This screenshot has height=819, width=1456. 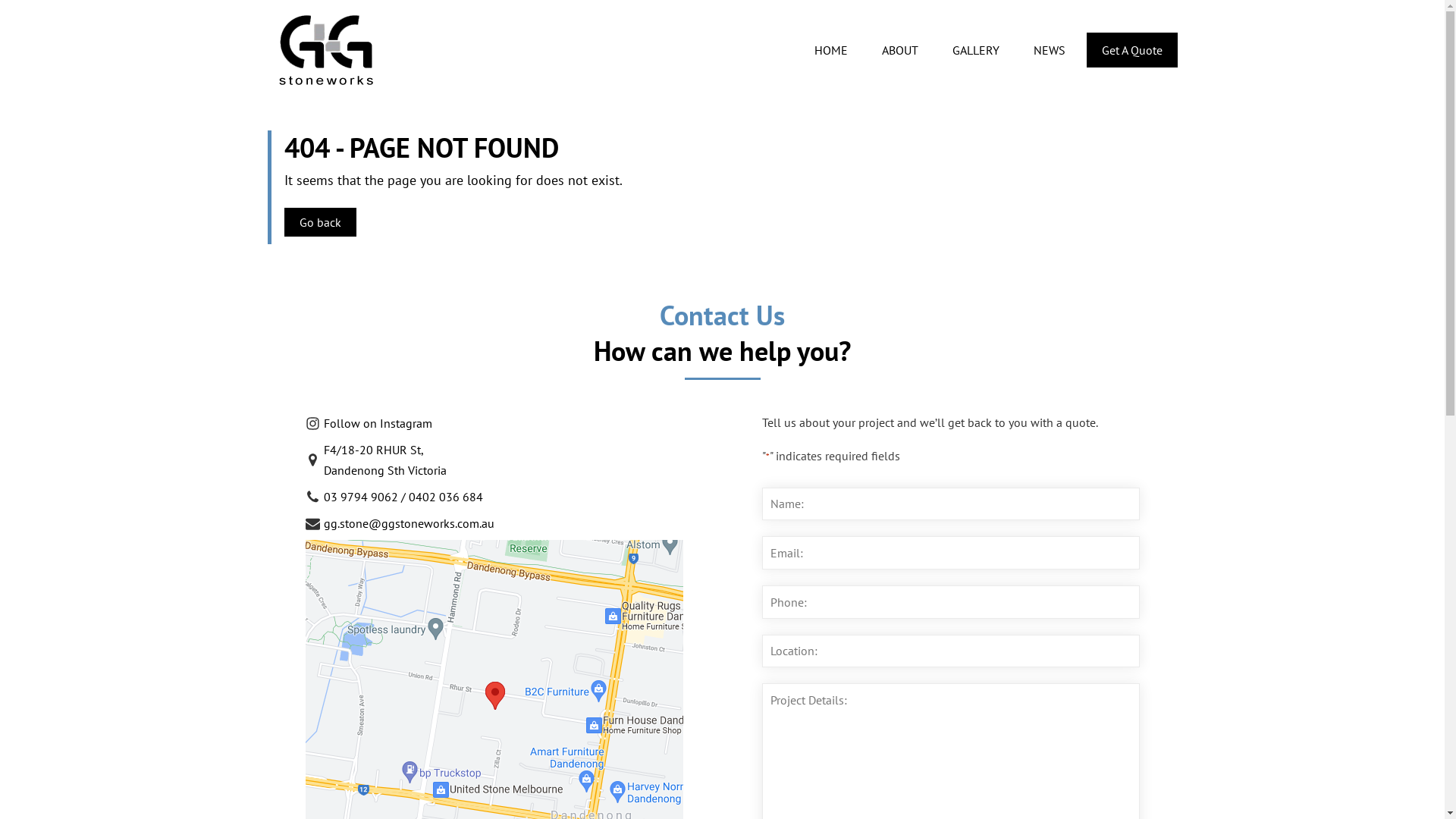 What do you see at coordinates (359, 497) in the screenshot?
I see `'03 9794 9062'` at bounding box center [359, 497].